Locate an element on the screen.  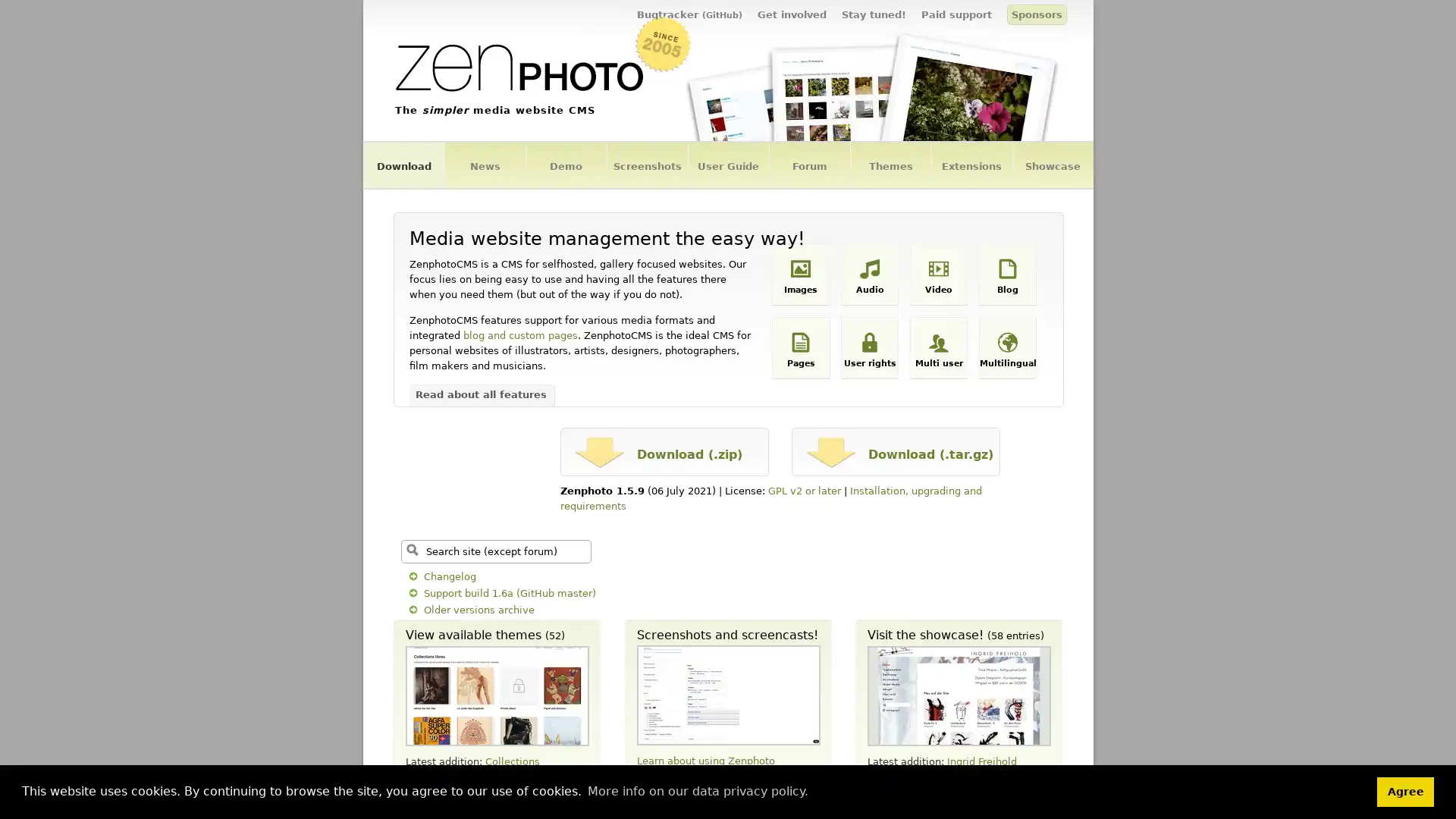
dismiss cookie message is located at coordinates (1404, 791).